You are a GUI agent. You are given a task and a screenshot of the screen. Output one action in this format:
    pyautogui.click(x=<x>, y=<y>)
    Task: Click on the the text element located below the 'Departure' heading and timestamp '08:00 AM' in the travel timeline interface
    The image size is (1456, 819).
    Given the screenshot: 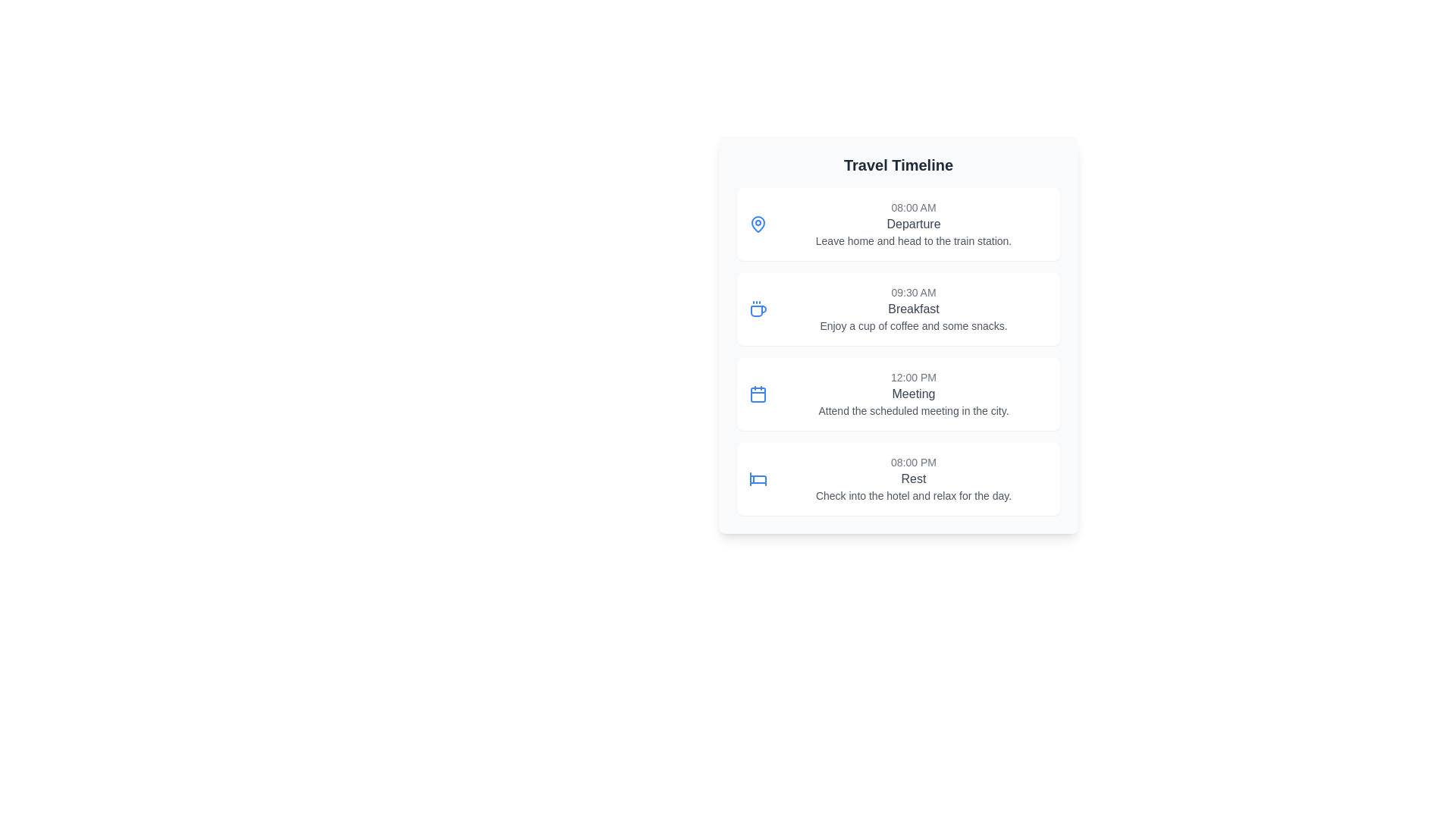 What is the action you would take?
    pyautogui.click(x=912, y=240)
    